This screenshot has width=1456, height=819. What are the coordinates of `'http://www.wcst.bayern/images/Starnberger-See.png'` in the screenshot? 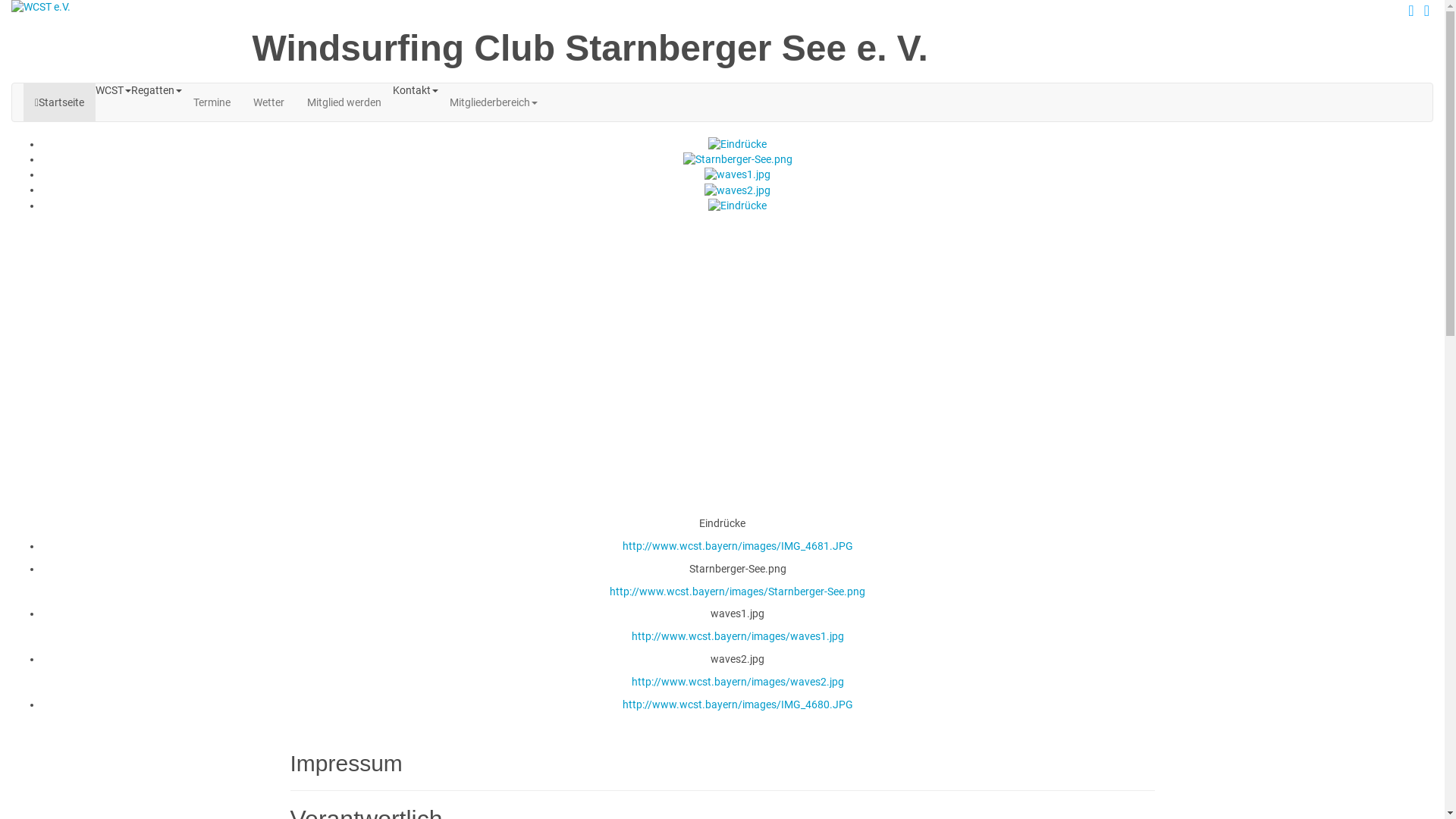 It's located at (737, 590).